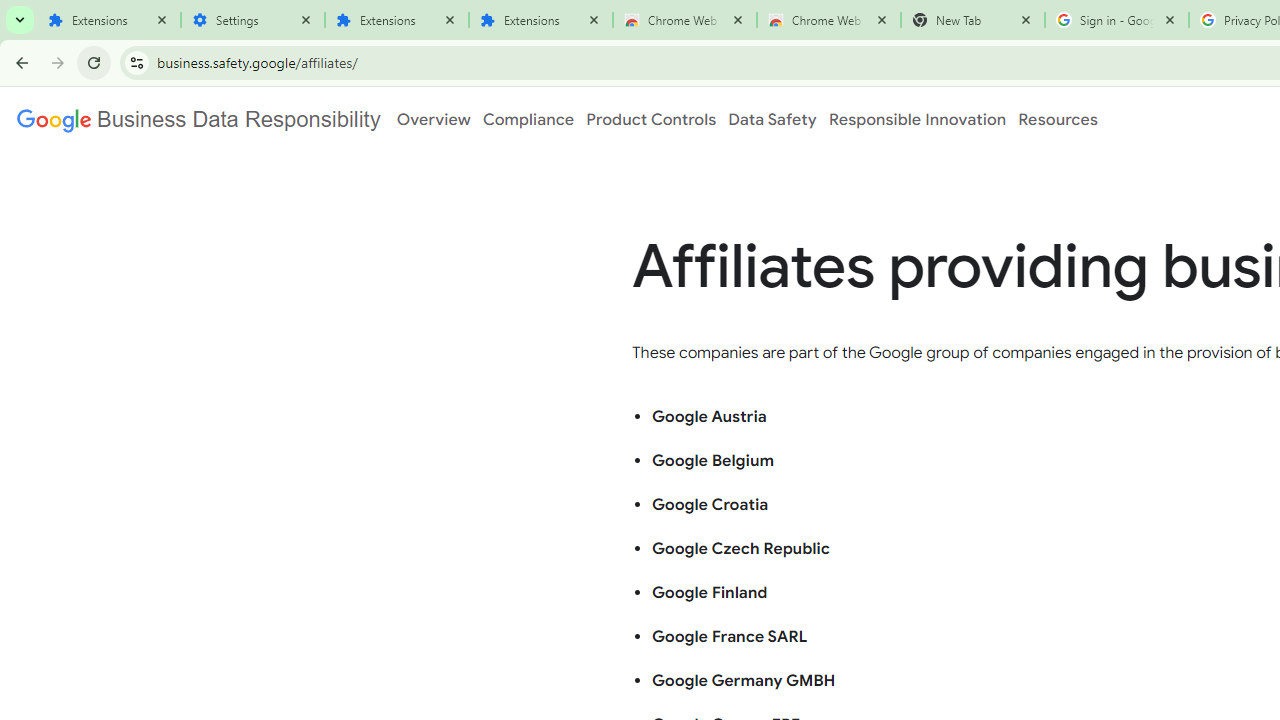 Image resolution: width=1280 pixels, height=720 pixels. I want to click on 'Extensions', so click(540, 20).